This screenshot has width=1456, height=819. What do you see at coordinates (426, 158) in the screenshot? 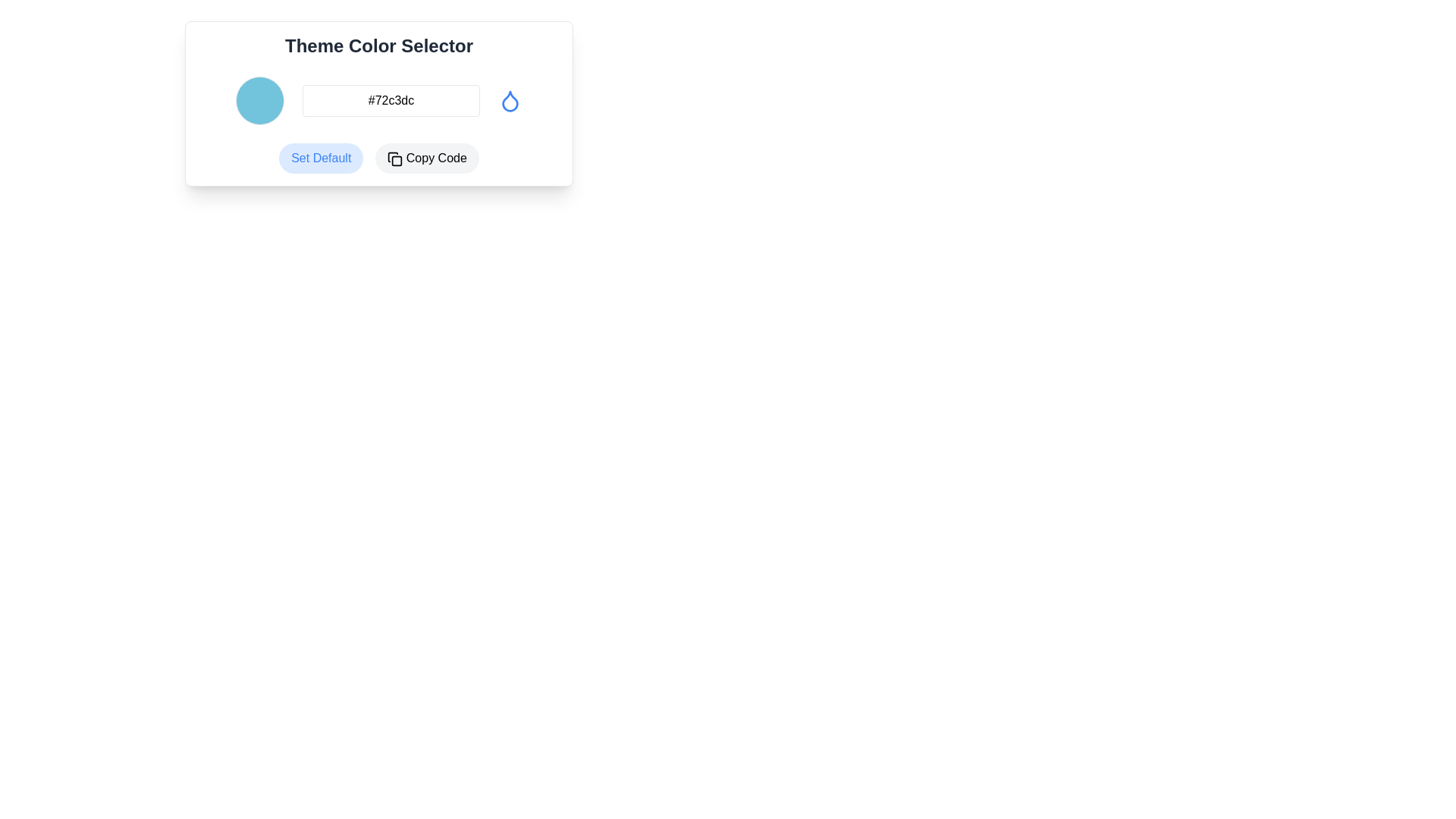
I see `the 'Copy Code' button, which is a rounded rectangle with a light gray background, located to the right of the 'Set Default' button` at bounding box center [426, 158].